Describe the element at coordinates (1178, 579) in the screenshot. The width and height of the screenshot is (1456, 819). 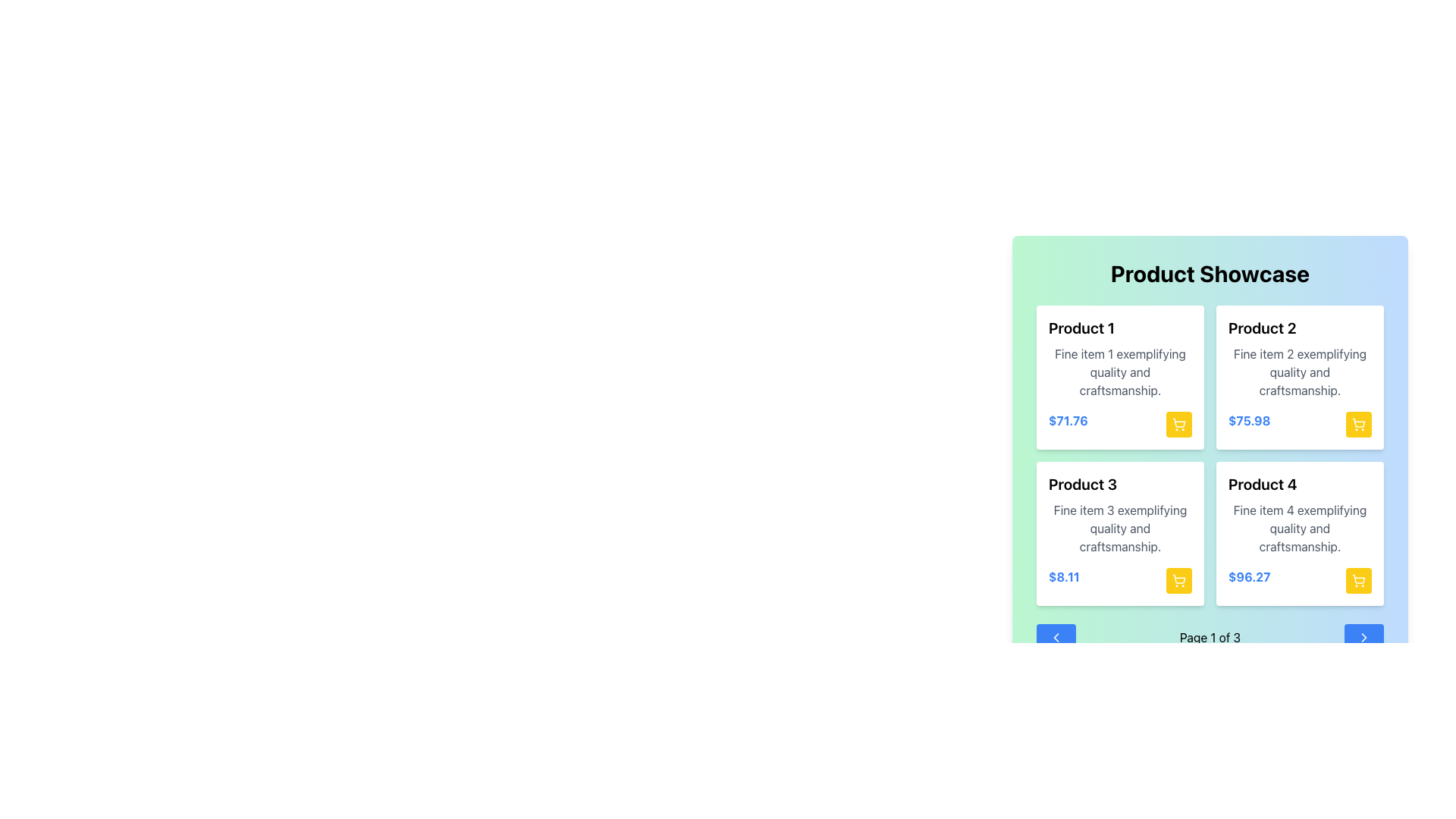
I see `the shopping cart icon element located at the bottom-right corner of the card for 'Product 3'` at that location.